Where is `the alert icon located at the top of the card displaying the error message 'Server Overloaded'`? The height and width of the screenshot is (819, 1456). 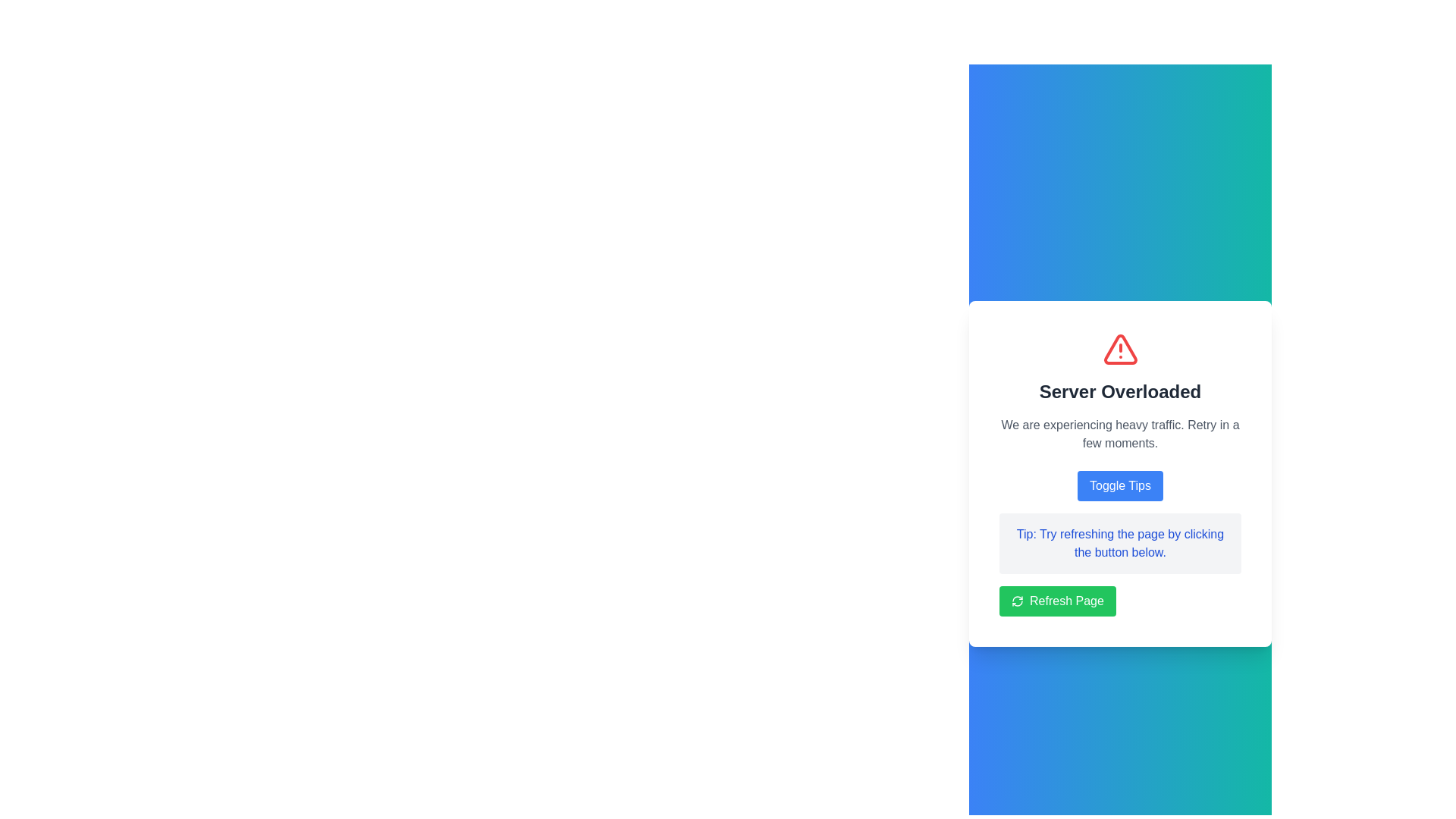 the alert icon located at the top of the card displaying the error message 'Server Overloaded' is located at coordinates (1120, 350).